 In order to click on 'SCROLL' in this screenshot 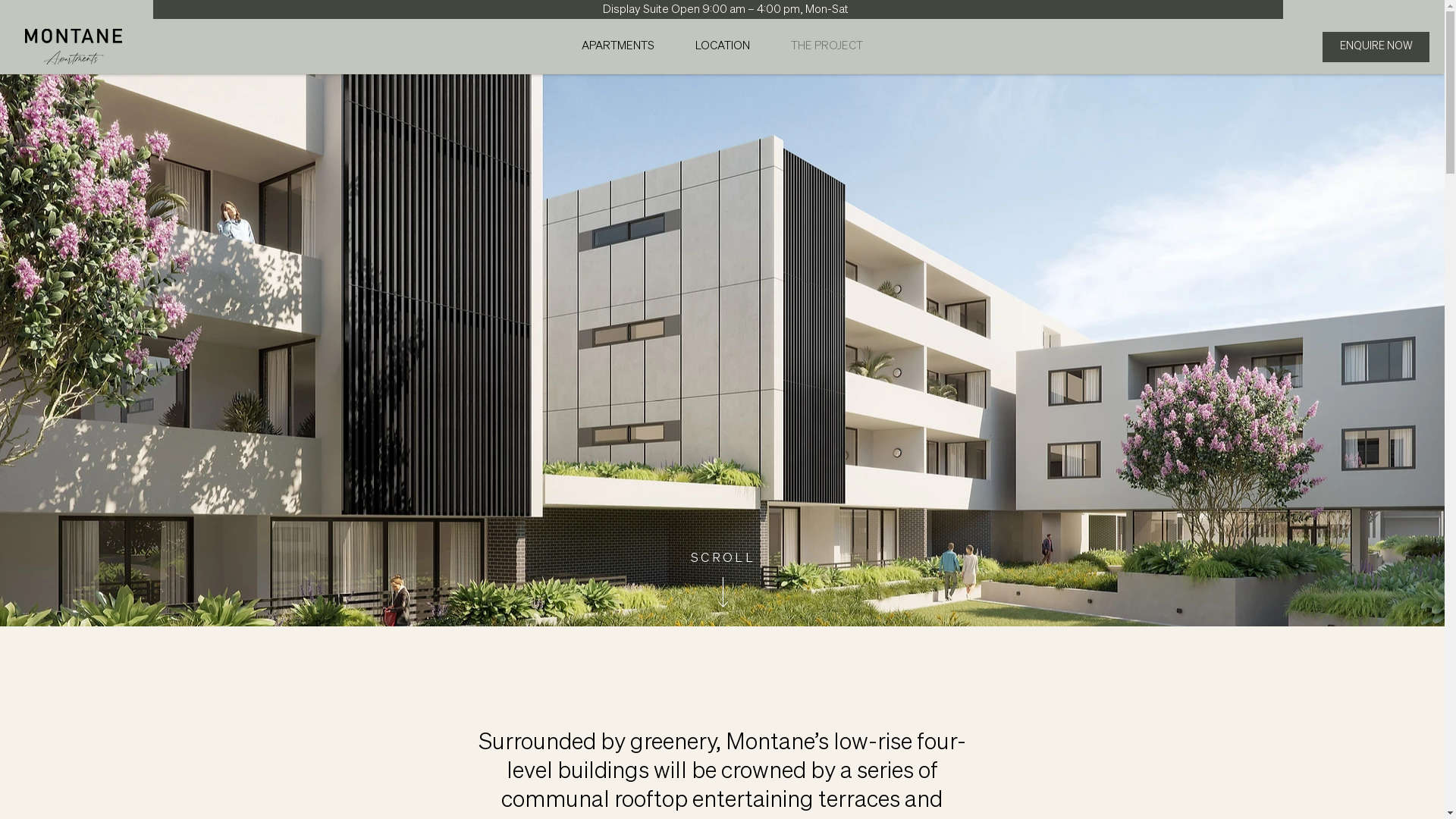, I will do `click(690, 557)`.